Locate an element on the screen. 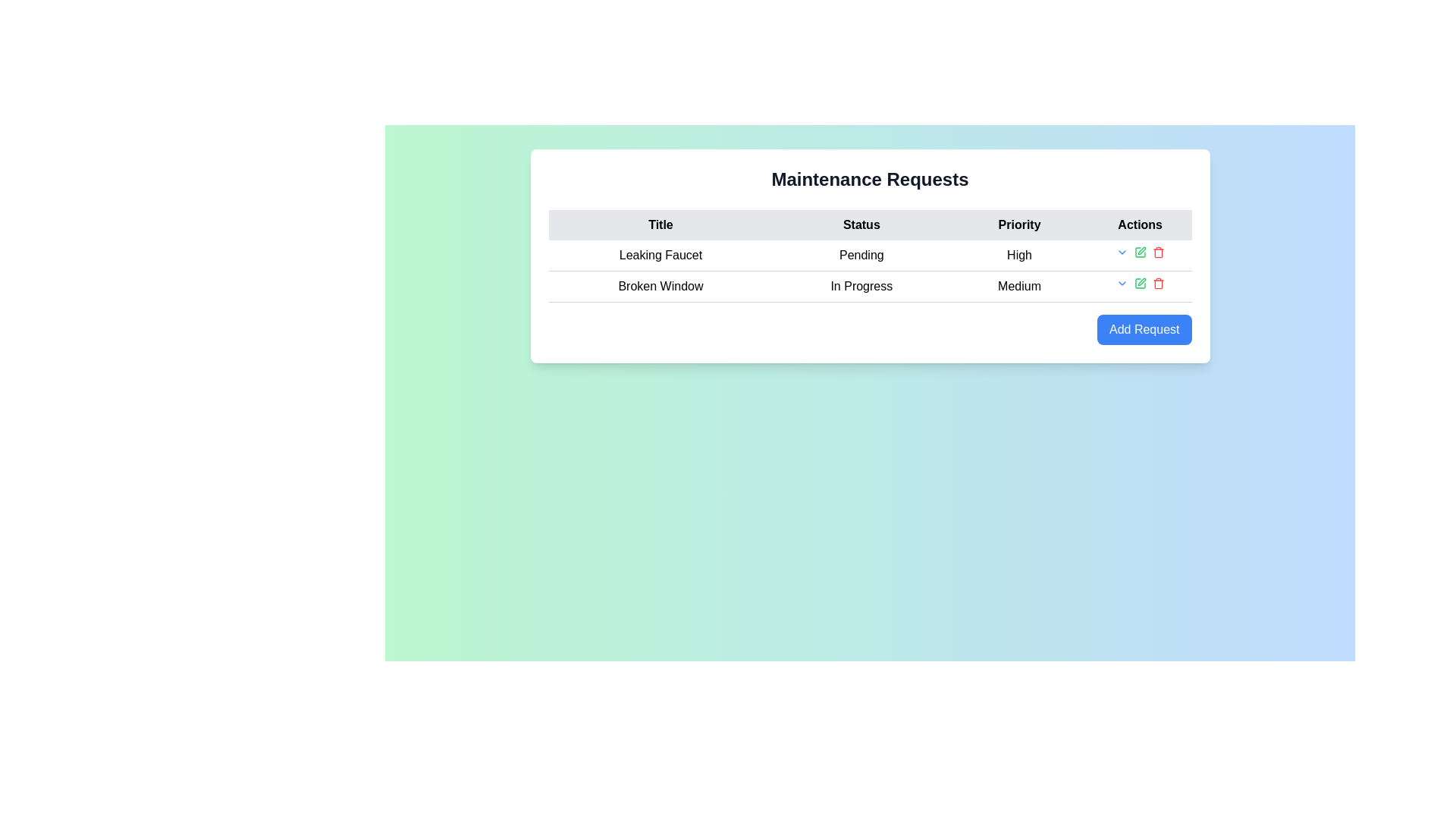 Image resolution: width=1456 pixels, height=819 pixels. text content of the 'Priority' header label in the table column, which is the third label in the header row between 'Status' and 'Actions' is located at coordinates (1019, 225).